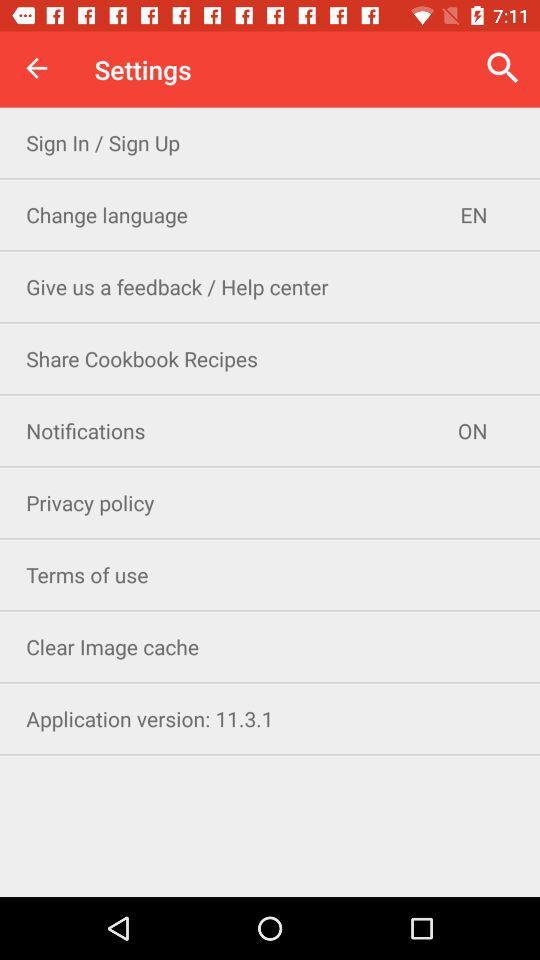  What do you see at coordinates (270, 645) in the screenshot?
I see `clear image cache` at bounding box center [270, 645].